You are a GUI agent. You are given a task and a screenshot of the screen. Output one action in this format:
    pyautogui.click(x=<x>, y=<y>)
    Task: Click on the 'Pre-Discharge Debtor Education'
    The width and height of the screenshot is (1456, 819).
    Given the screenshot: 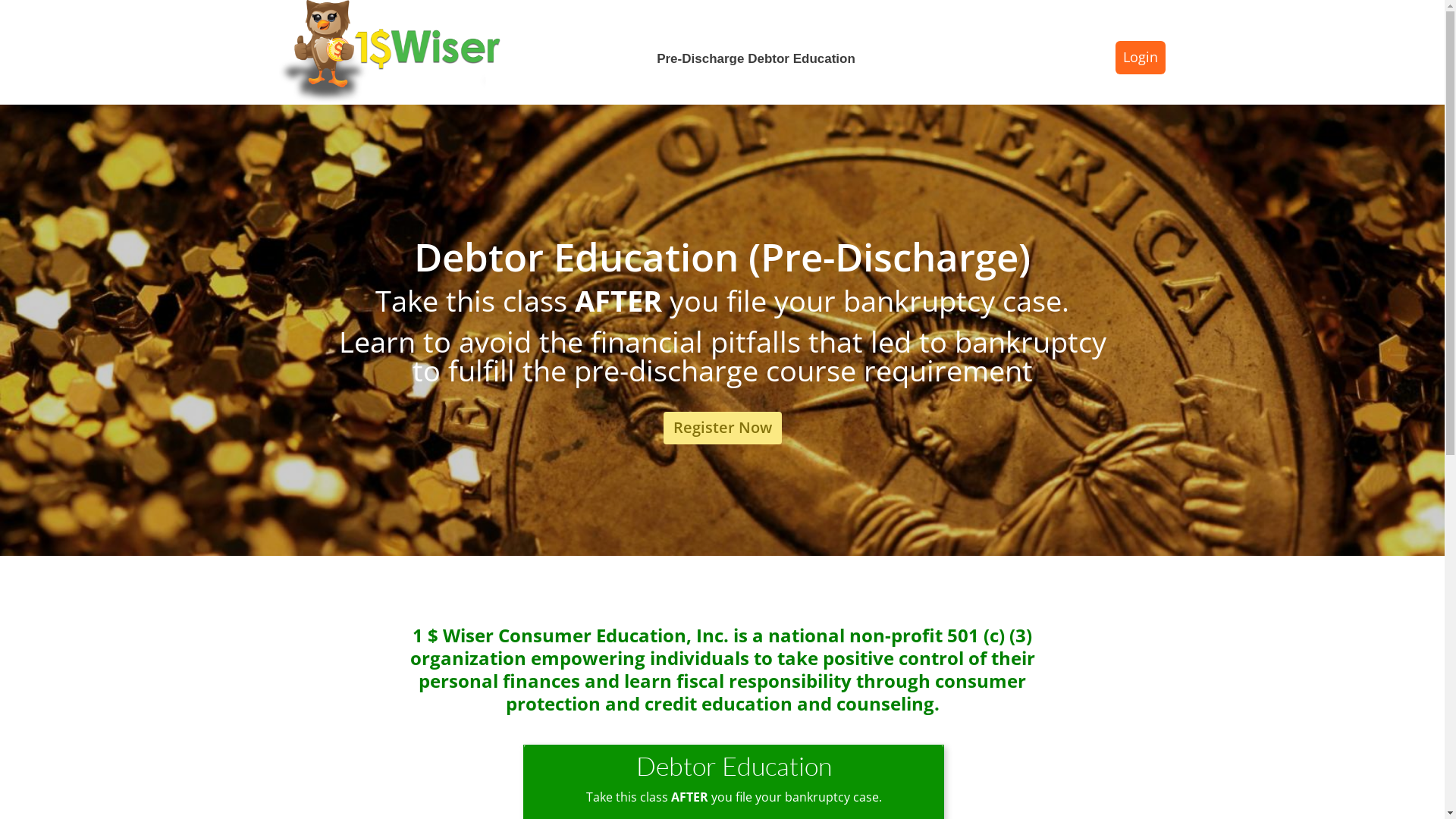 What is the action you would take?
    pyautogui.click(x=762, y=58)
    